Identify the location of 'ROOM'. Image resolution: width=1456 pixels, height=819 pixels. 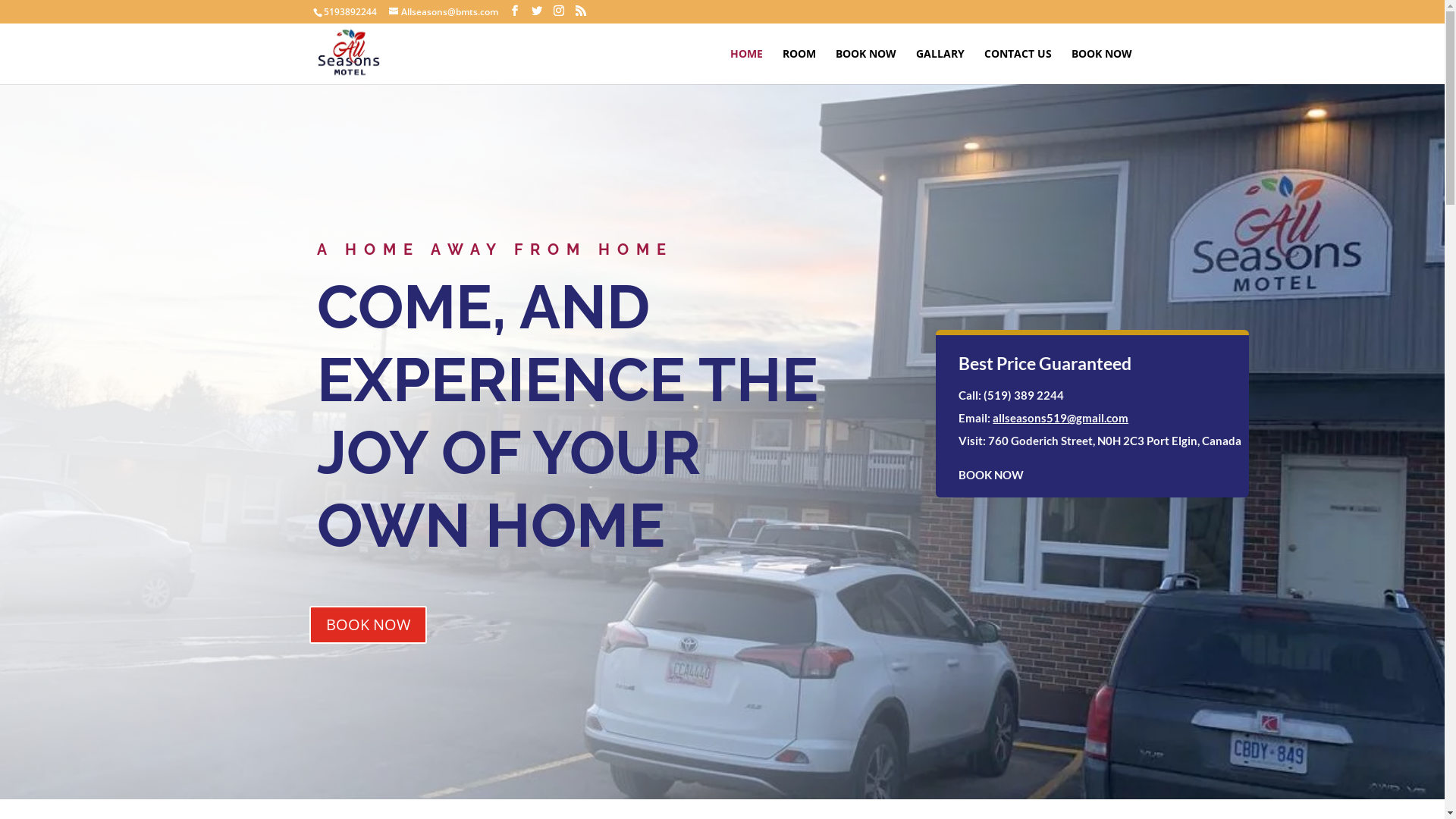
(783, 65).